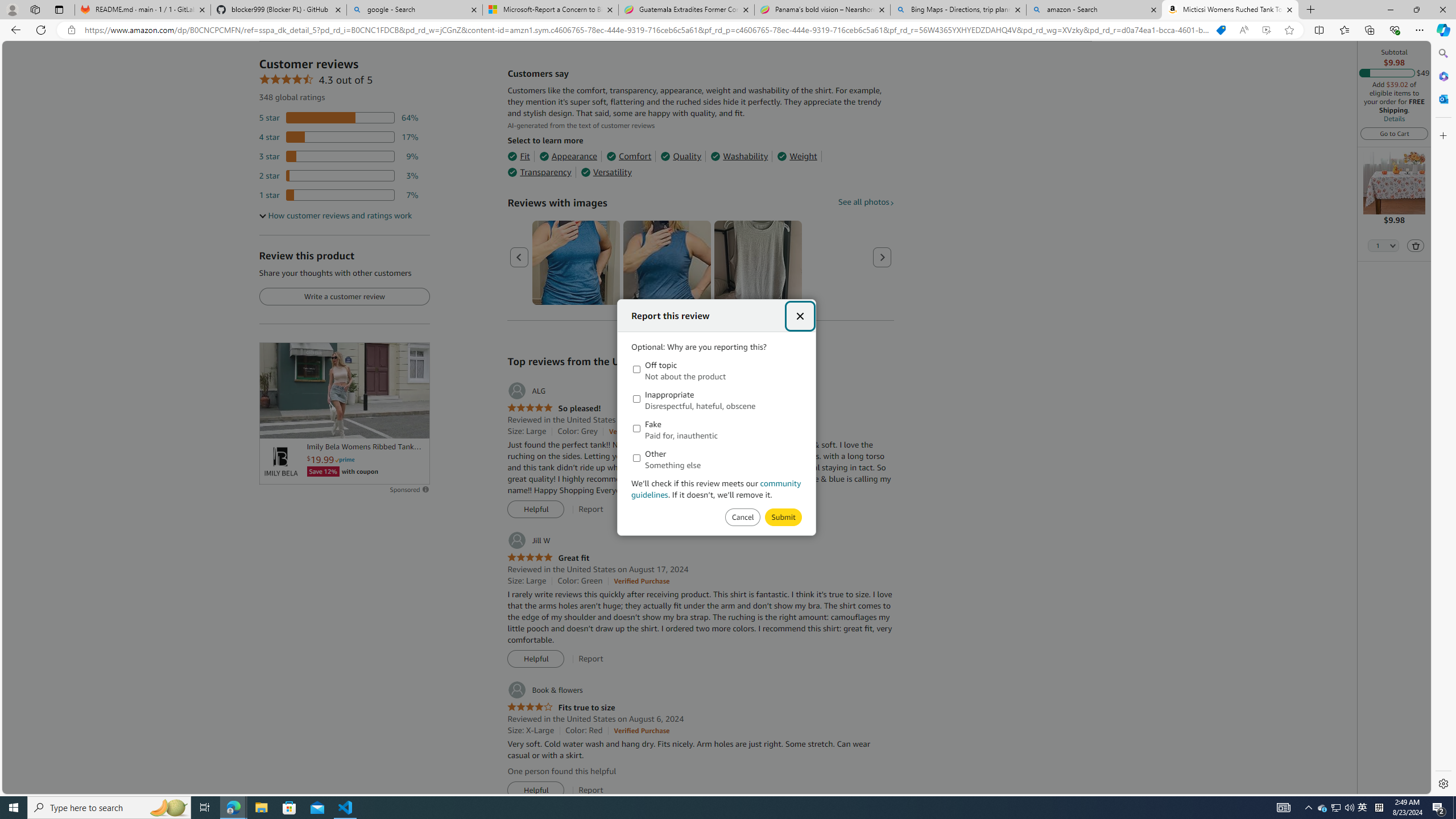  What do you see at coordinates (681, 156) in the screenshot?
I see `'Quality'` at bounding box center [681, 156].